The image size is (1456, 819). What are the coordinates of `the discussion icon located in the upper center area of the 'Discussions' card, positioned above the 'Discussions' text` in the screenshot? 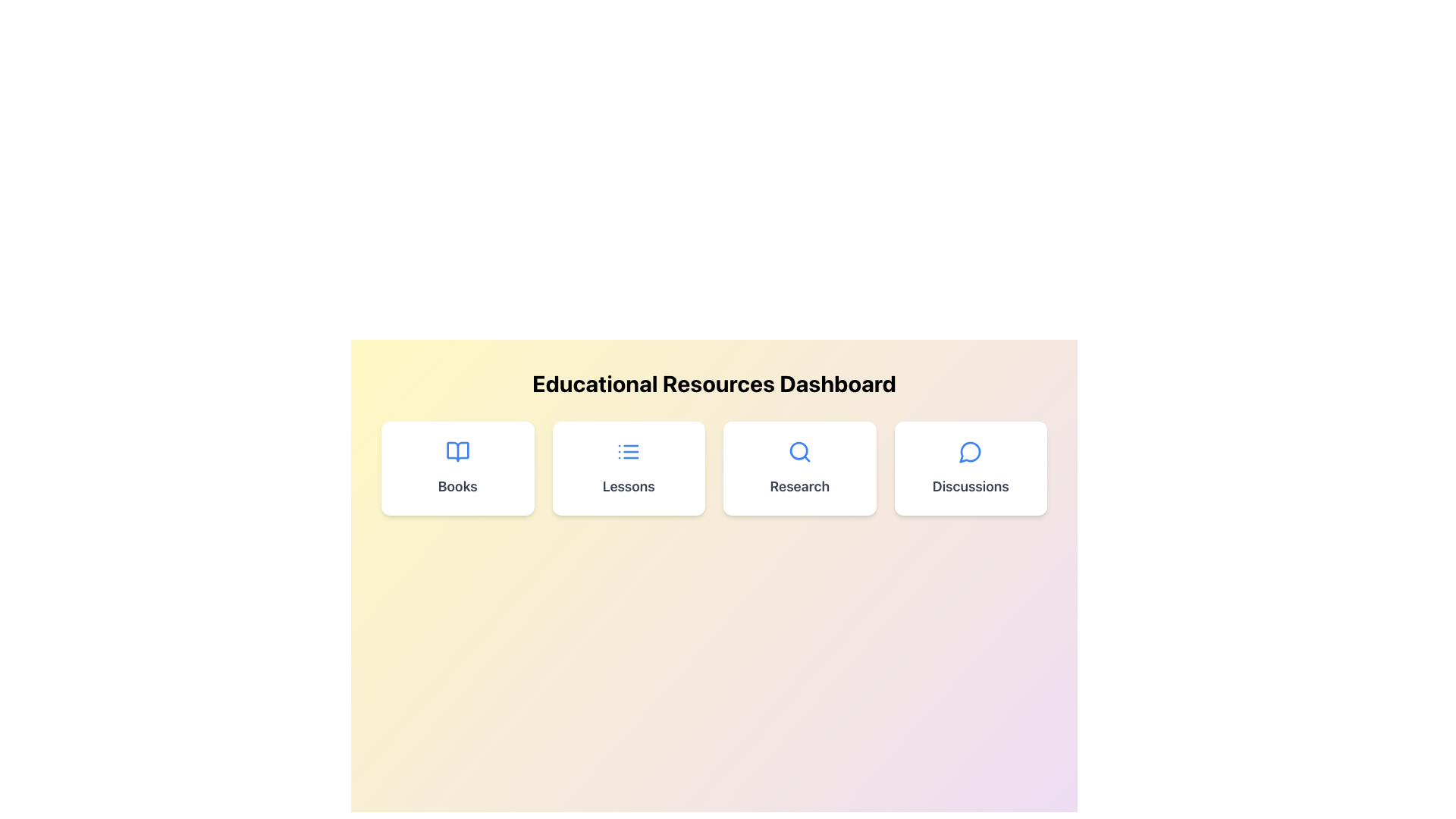 It's located at (971, 451).